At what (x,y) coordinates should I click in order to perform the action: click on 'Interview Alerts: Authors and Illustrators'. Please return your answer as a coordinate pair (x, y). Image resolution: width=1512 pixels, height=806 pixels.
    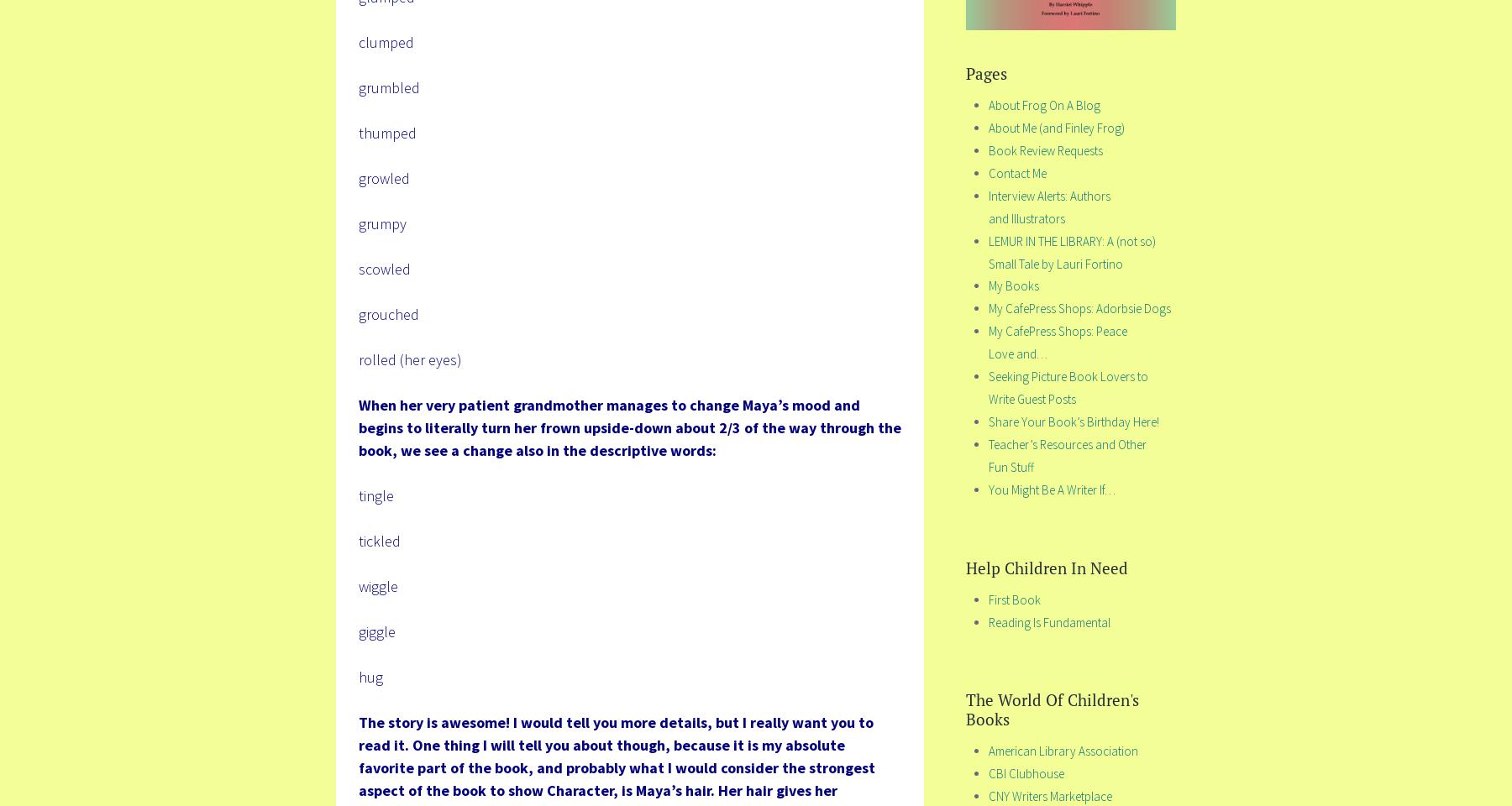
    Looking at the image, I should click on (988, 205).